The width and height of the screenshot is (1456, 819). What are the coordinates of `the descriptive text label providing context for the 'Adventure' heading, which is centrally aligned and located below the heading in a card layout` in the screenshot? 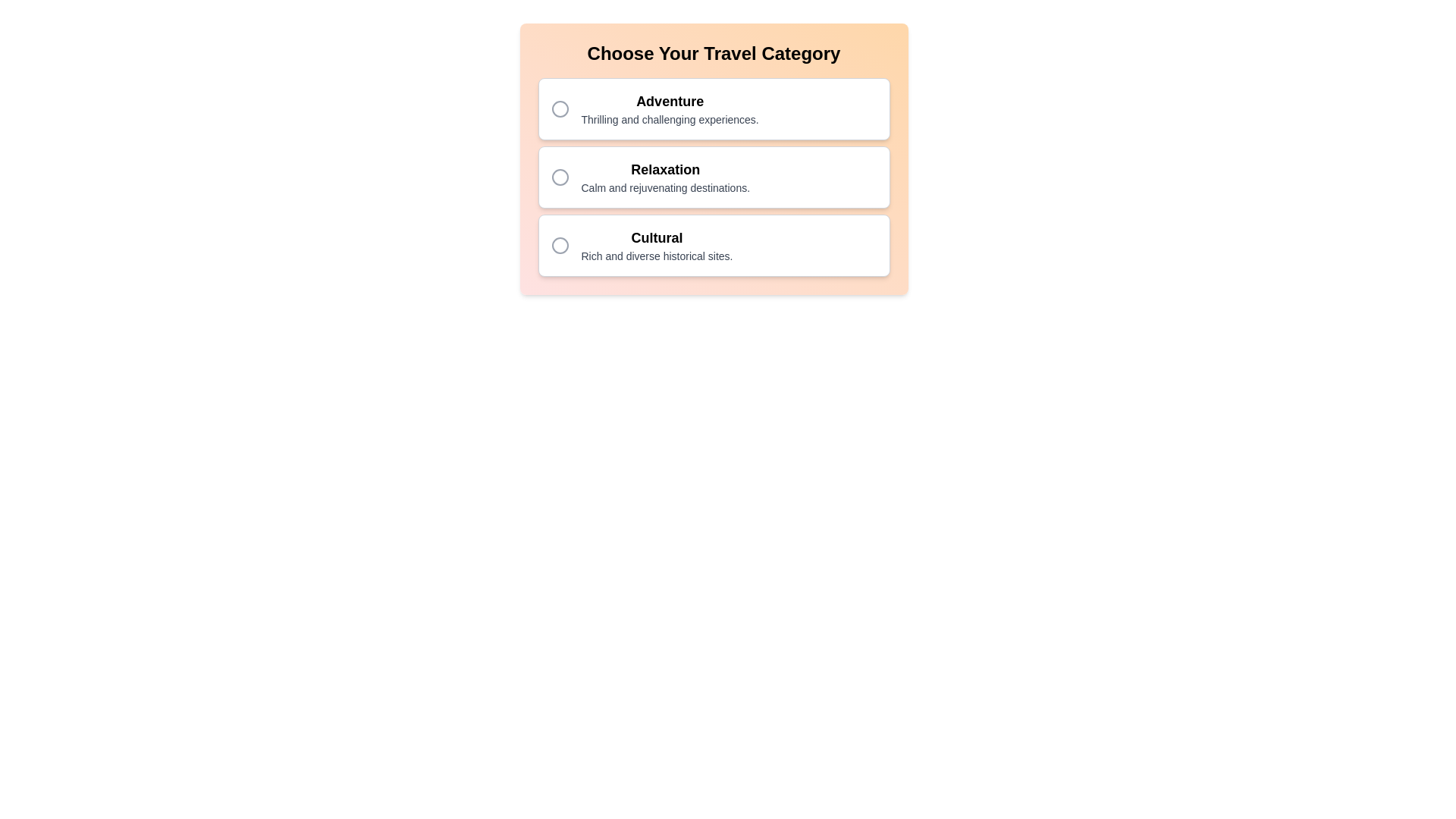 It's located at (669, 119).